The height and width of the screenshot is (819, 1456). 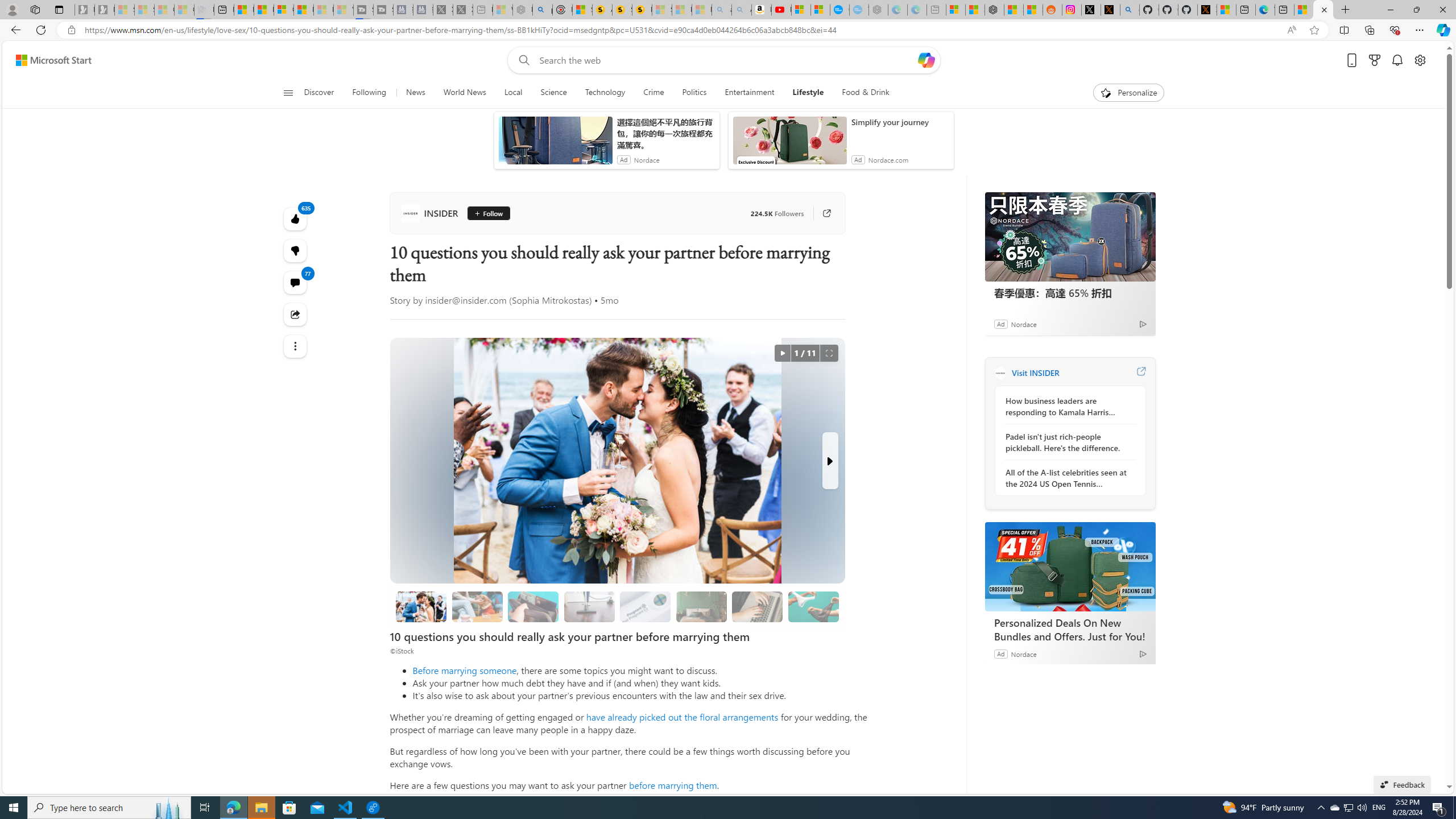 What do you see at coordinates (807, 92) in the screenshot?
I see `'Lifestyle'` at bounding box center [807, 92].